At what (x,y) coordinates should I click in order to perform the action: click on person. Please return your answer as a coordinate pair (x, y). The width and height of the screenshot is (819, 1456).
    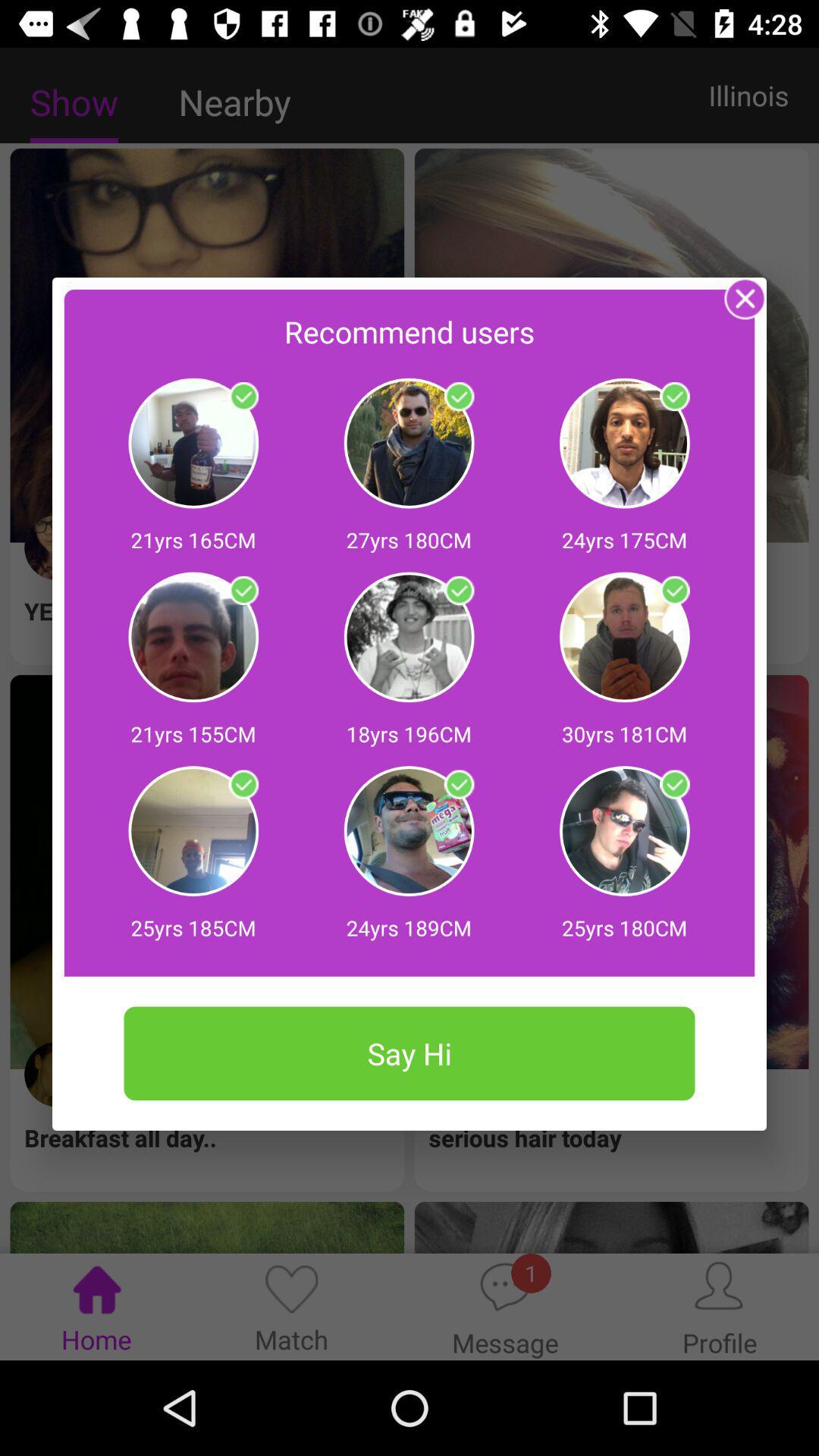
    Looking at the image, I should click on (458, 397).